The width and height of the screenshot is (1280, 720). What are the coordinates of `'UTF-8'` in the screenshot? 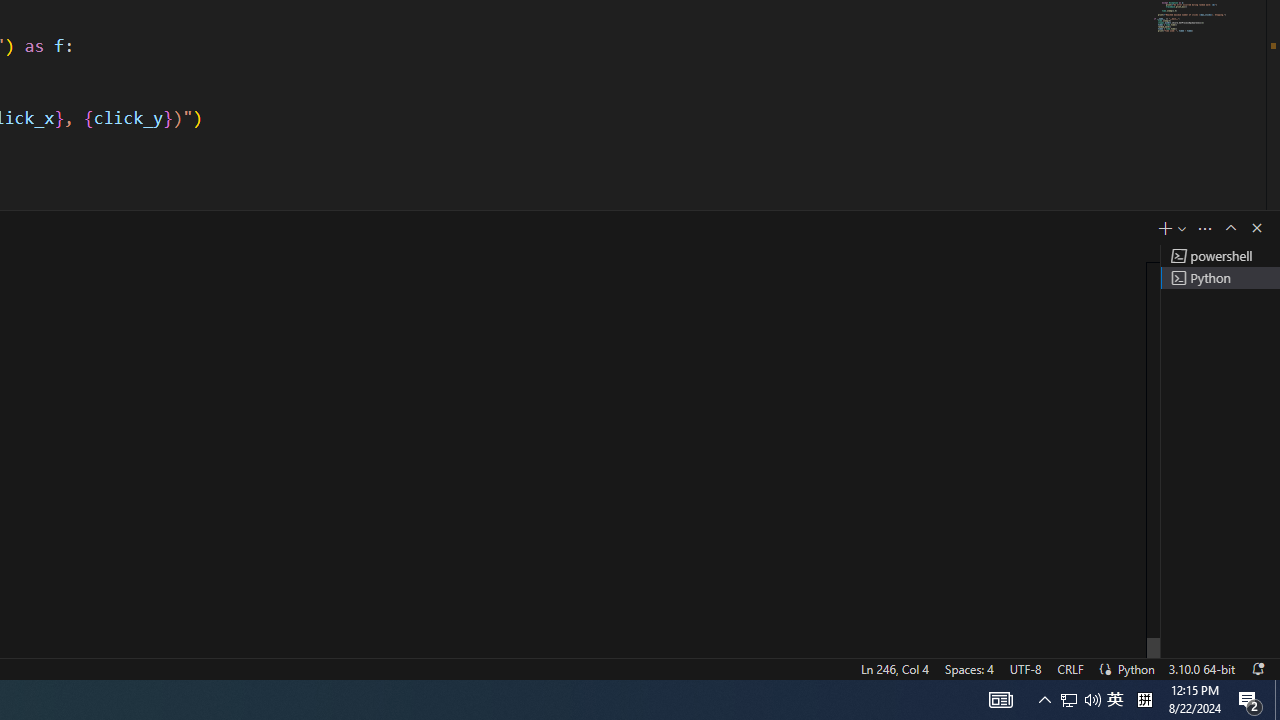 It's located at (1025, 668).